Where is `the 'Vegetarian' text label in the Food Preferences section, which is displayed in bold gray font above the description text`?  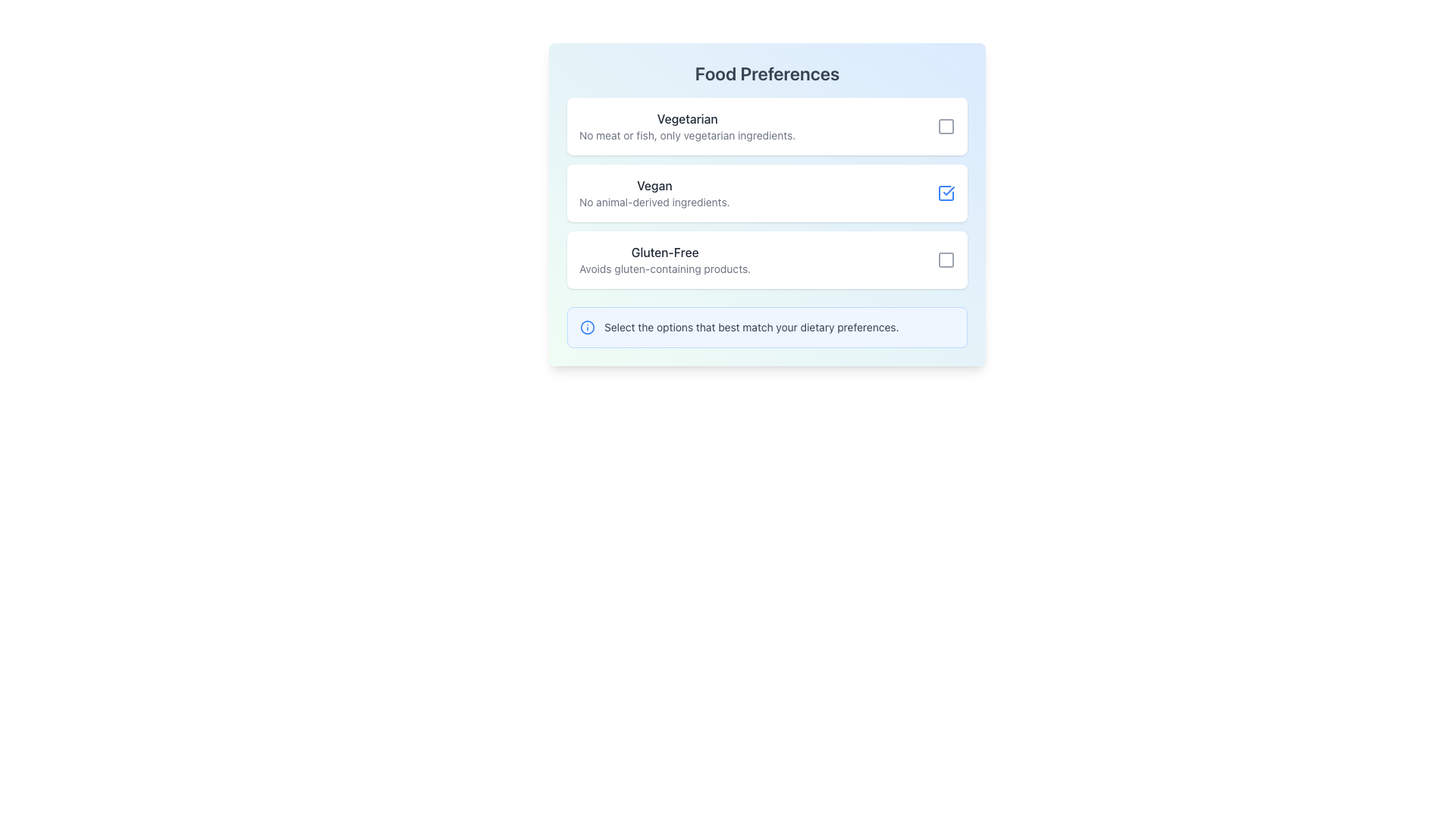
the 'Vegetarian' text label in the Food Preferences section, which is displayed in bold gray font above the description text is located at coordinates (686, 118).